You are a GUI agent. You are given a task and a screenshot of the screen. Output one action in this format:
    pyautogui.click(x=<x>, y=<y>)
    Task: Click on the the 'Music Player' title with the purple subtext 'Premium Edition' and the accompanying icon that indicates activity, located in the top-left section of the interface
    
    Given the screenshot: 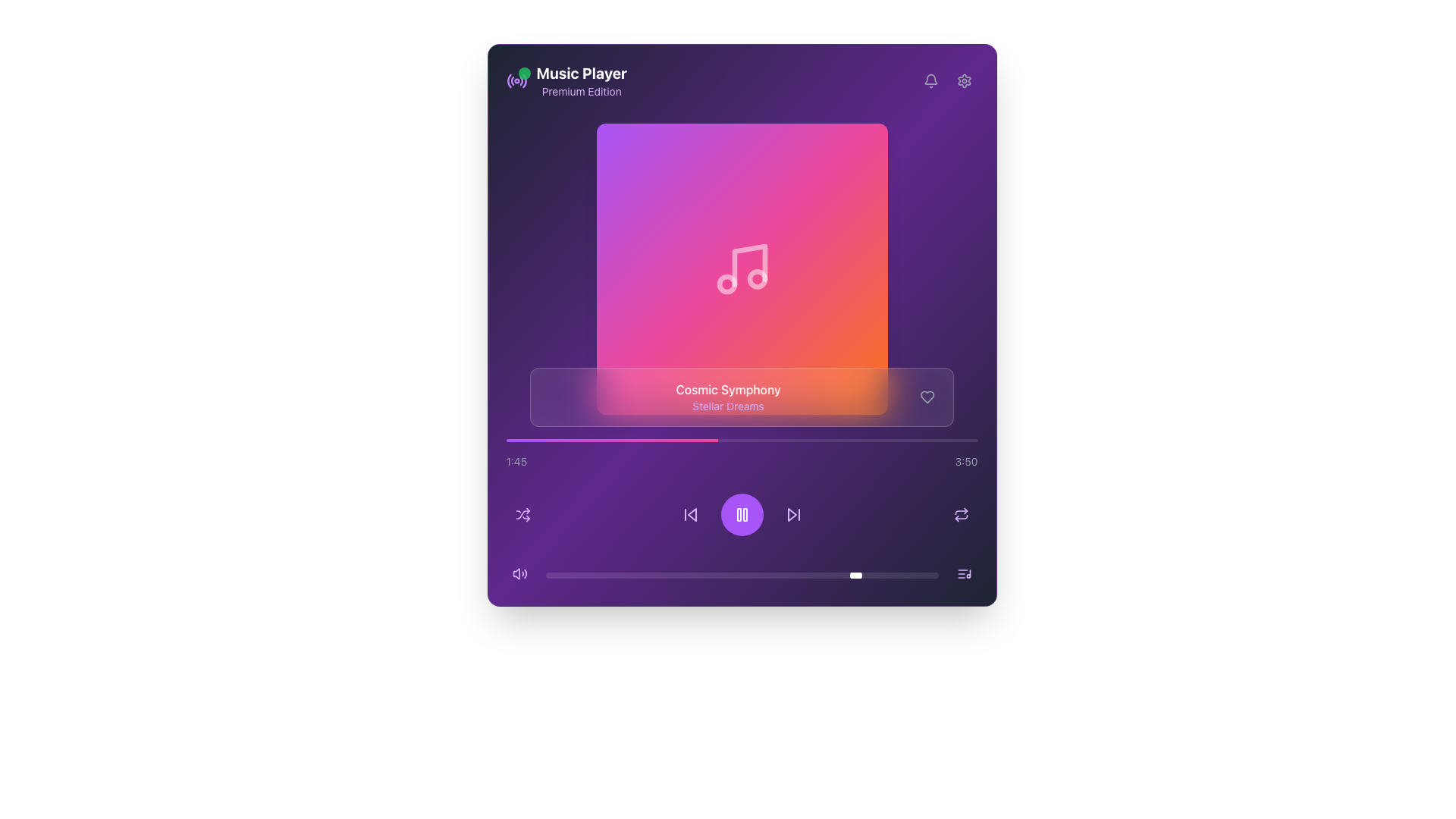 What is the action you would take?
    pyautogui.click(x=566, y=81)
    